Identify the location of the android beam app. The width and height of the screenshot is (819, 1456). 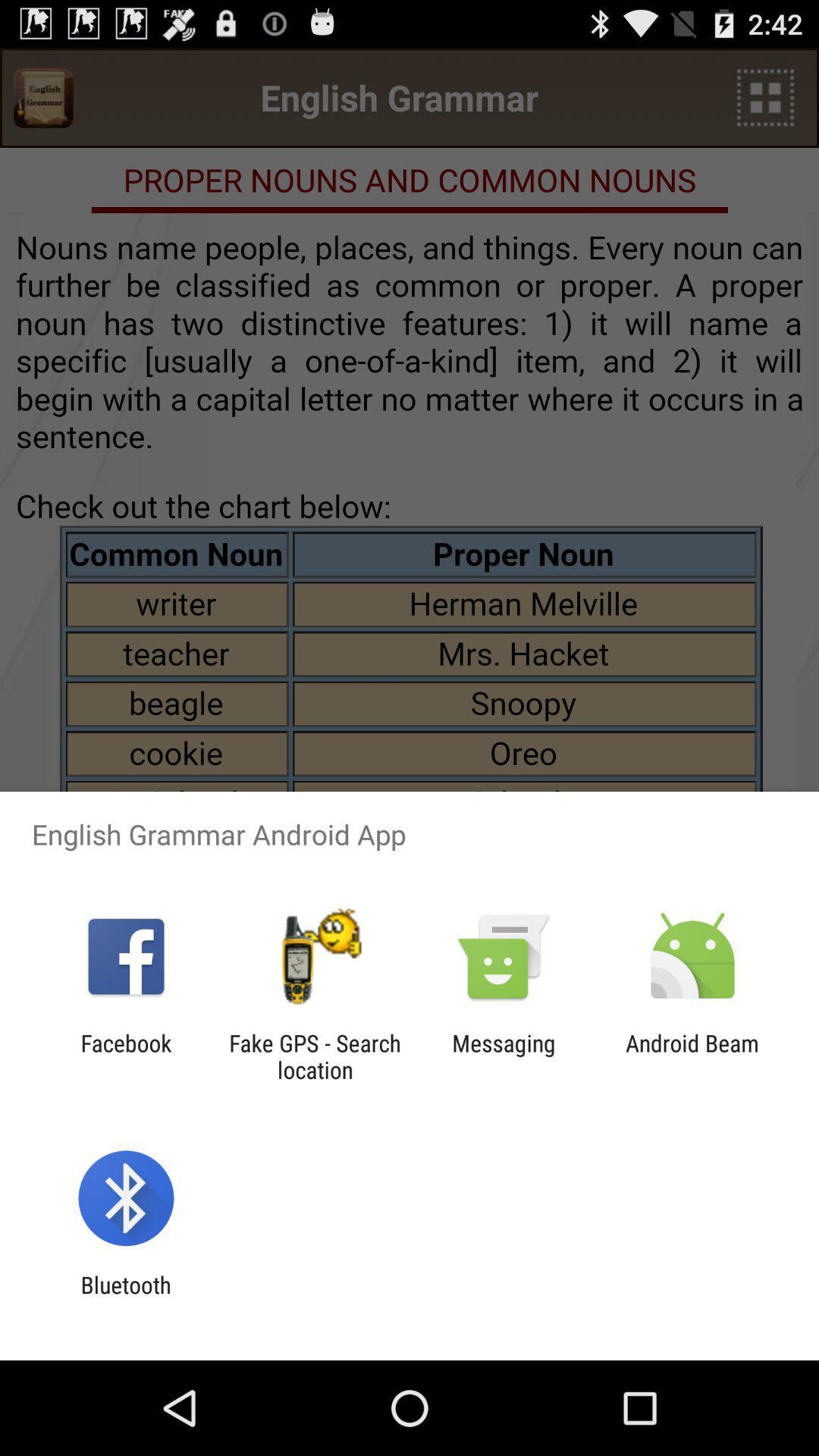
(692, 1056).